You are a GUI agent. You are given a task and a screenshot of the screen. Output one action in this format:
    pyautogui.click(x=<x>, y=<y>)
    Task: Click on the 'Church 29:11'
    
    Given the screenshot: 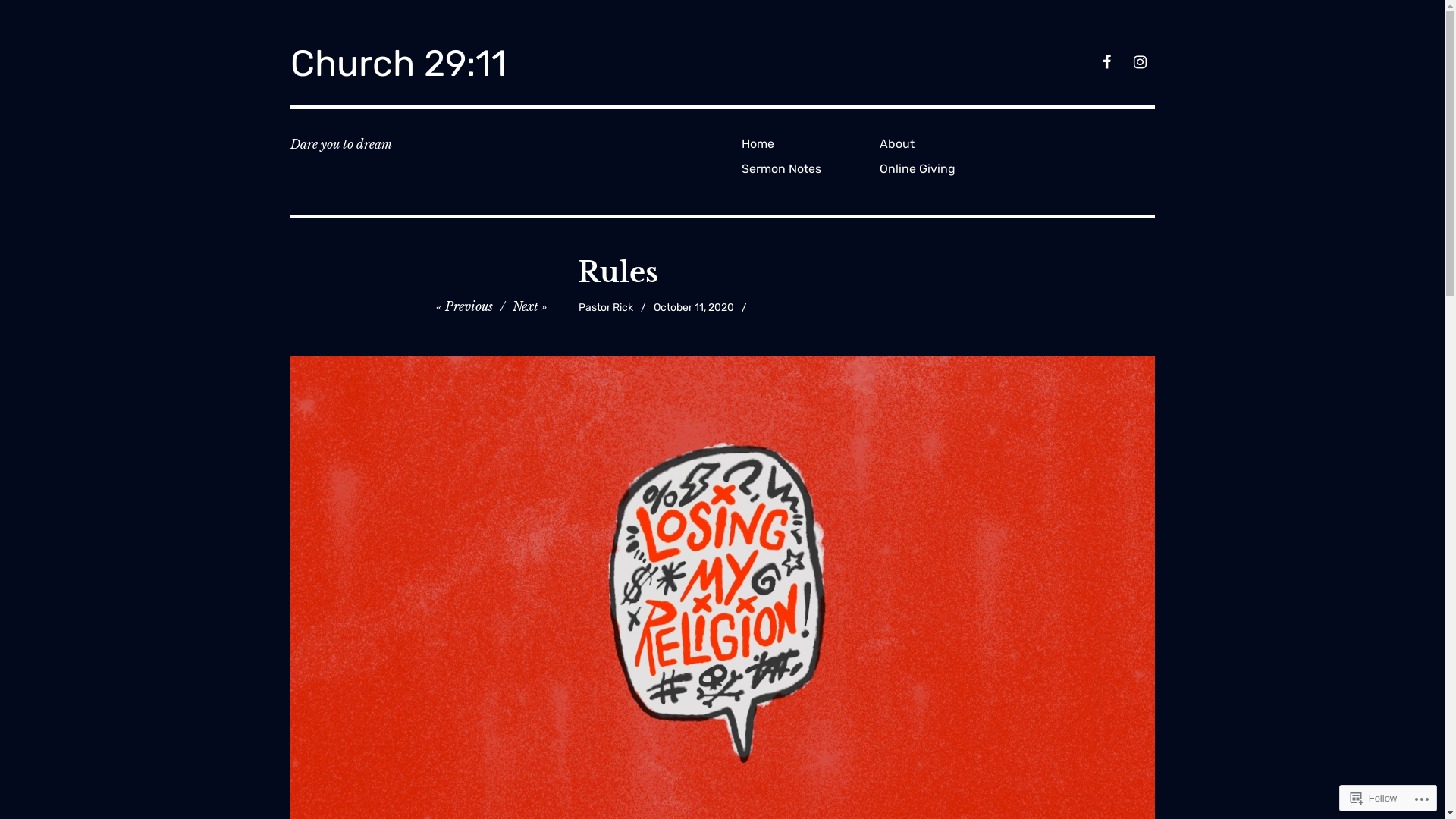 What is the action you would take?
    pyautogui.click(x=397, y=62)
    